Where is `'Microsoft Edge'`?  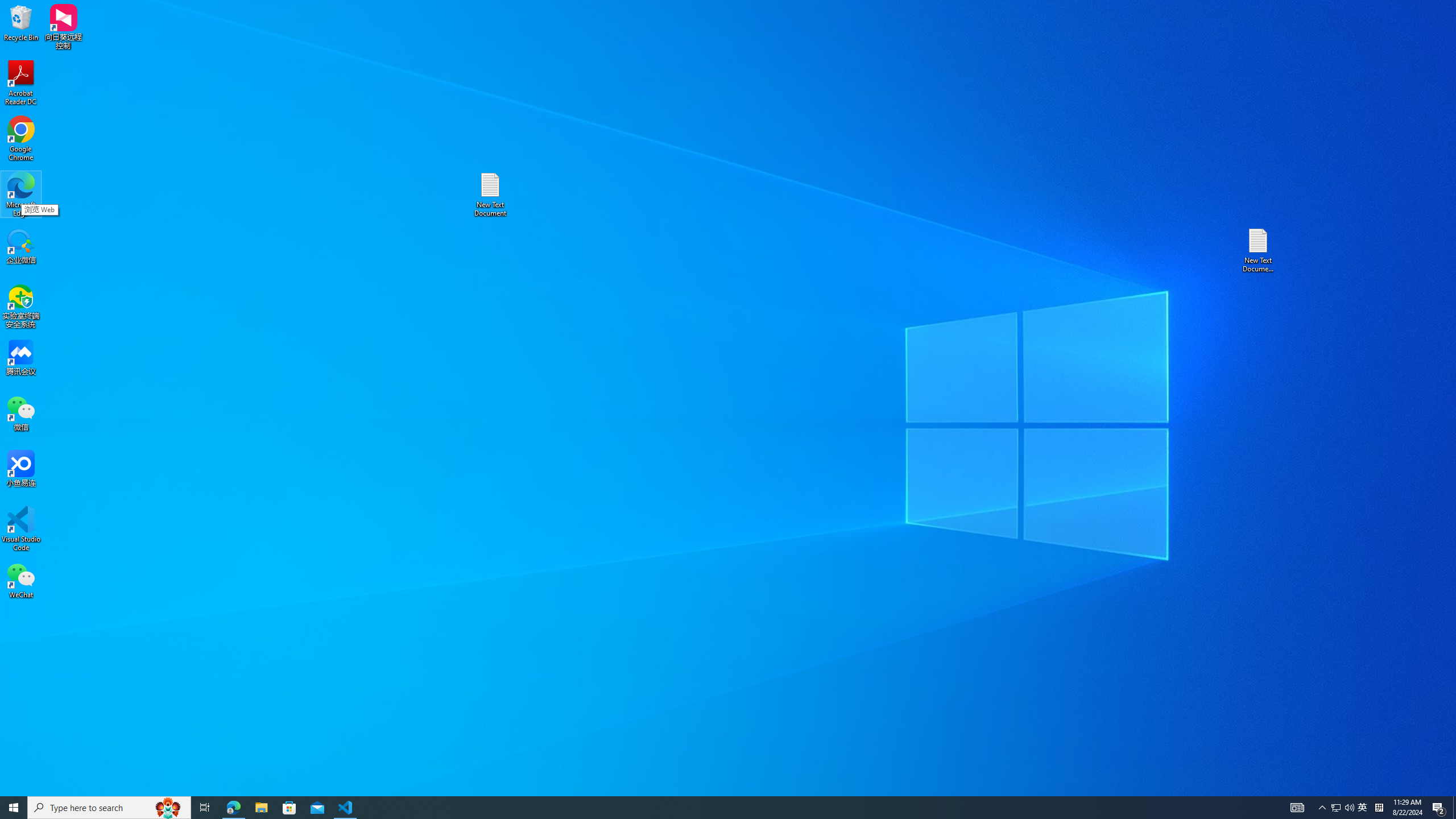 'Microsoft Edge' is located at coordinates (20, 194).